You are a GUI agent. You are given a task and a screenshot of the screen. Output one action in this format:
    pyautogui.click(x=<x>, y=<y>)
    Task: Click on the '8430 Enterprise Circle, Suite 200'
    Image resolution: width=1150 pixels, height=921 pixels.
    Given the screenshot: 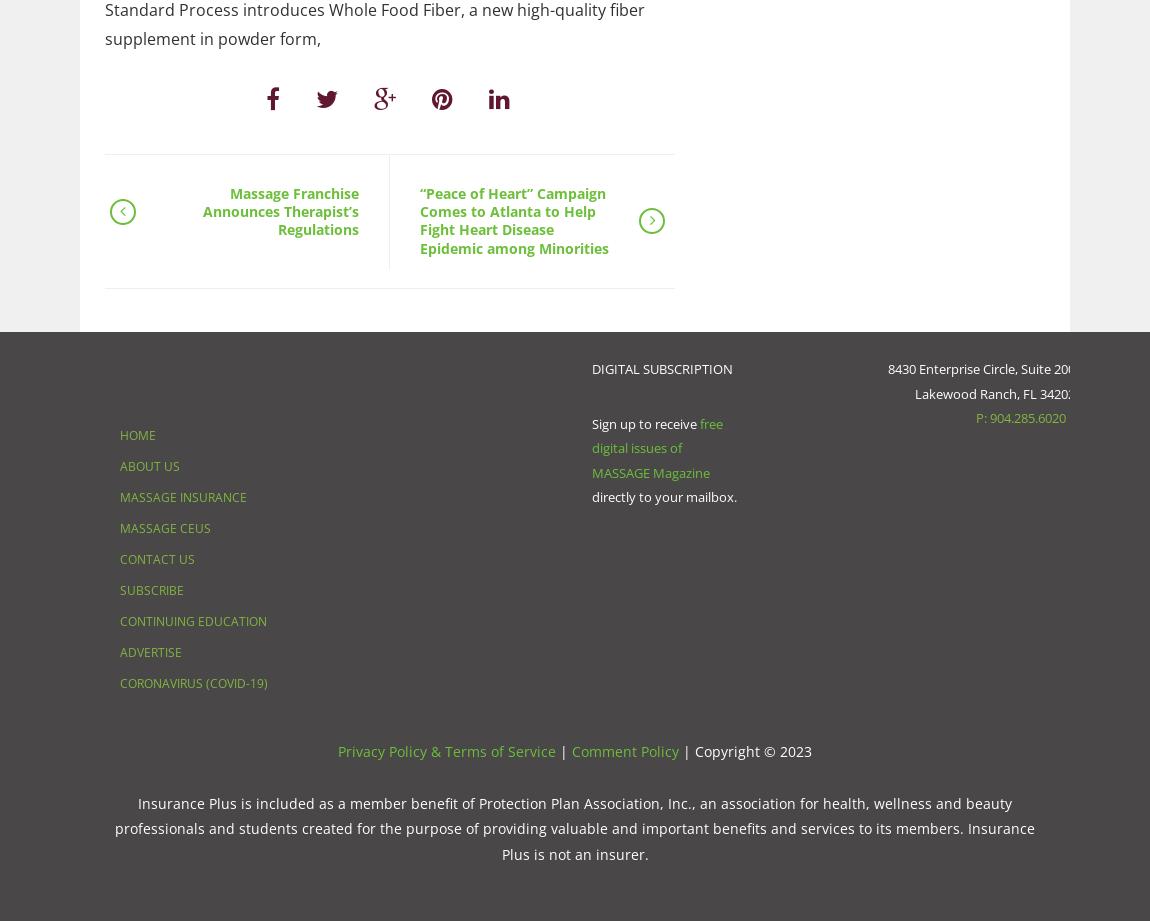 What is the action you would take?
    pyautogui.click(x=980, y=369)
    